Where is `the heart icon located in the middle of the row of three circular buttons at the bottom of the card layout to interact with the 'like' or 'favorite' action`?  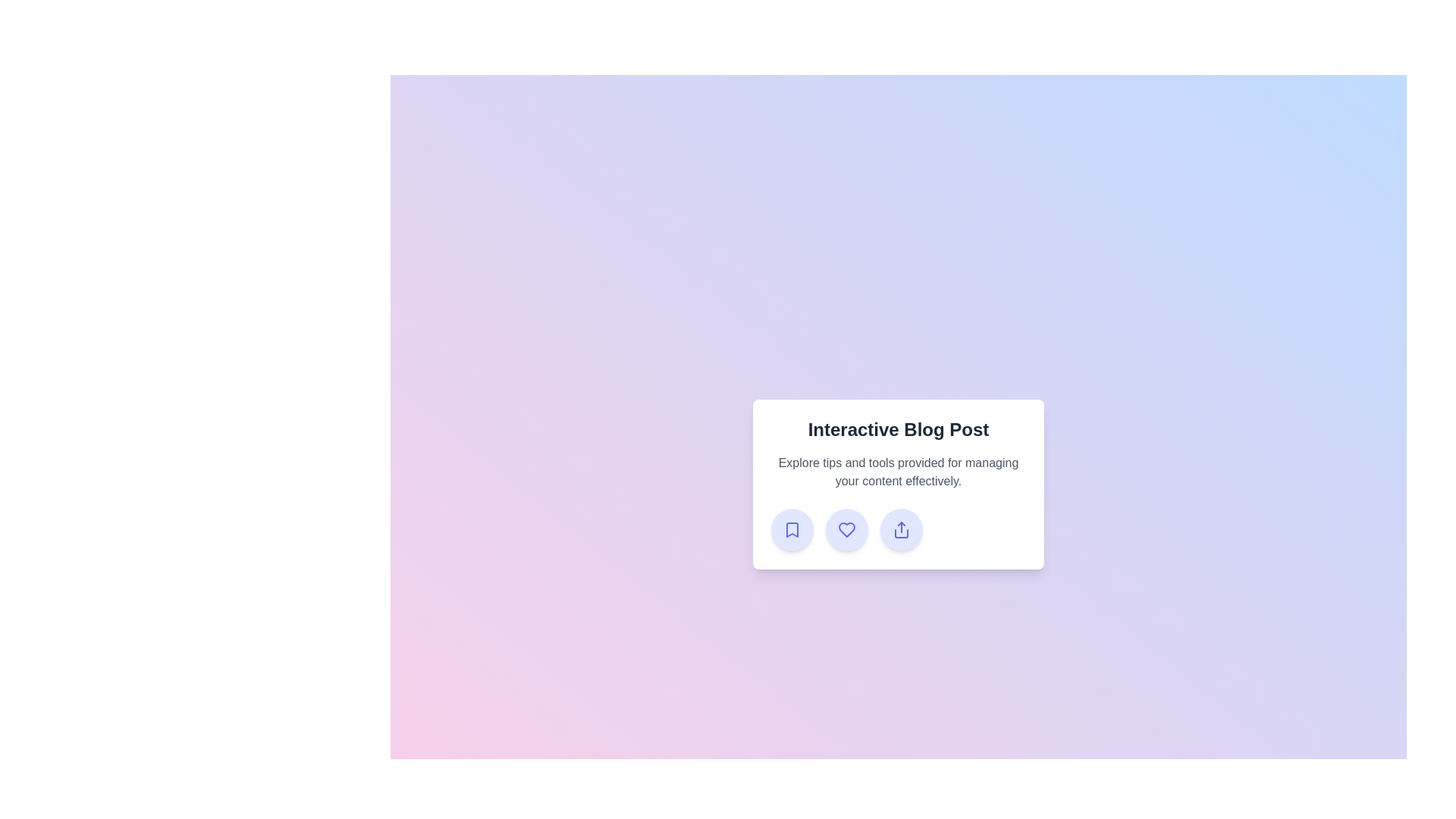
the heart icon located in the middle of the row of three circular buttons at the bottom of the card layout to interact with the 'like' or 'favorite' action is located at coordinates (846, 529).